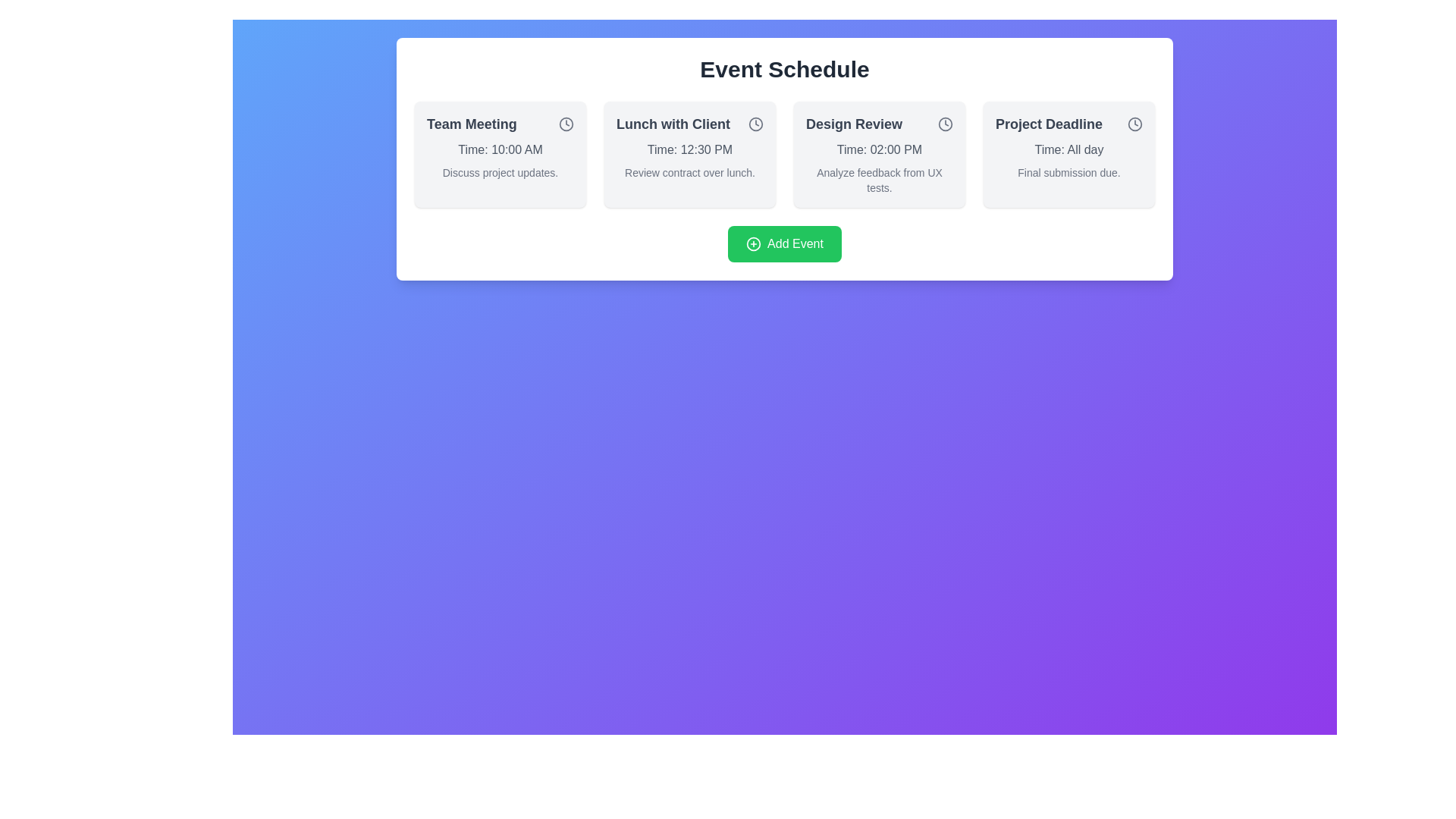  What do you see at coordinates (673, 124) in the screenshot?
I see `the text label (header) that serves as the title for the second event card from the left, located at the top of the card` at bounding box center [673, 124].